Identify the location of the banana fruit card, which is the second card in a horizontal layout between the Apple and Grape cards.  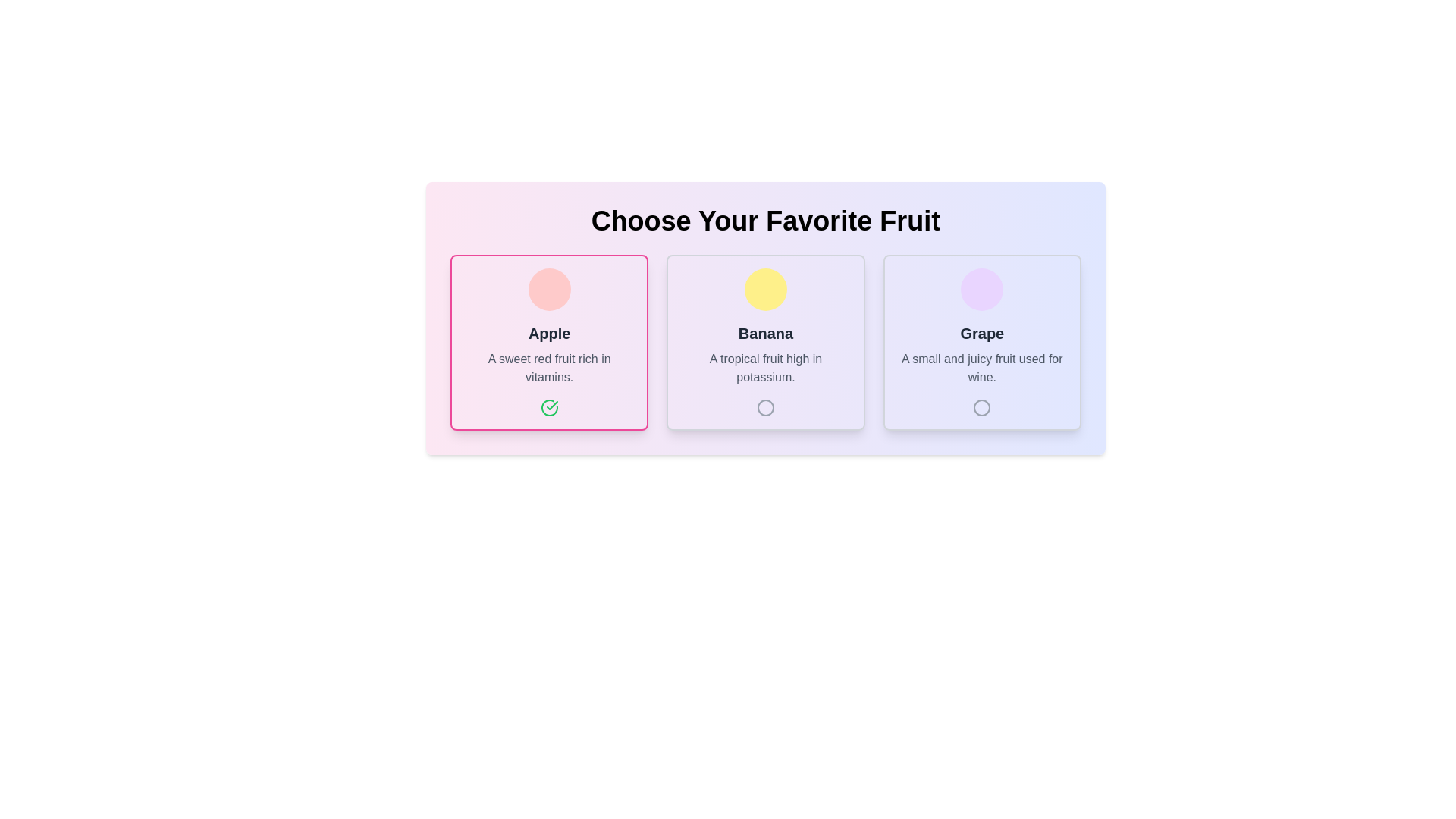
(765, 342).